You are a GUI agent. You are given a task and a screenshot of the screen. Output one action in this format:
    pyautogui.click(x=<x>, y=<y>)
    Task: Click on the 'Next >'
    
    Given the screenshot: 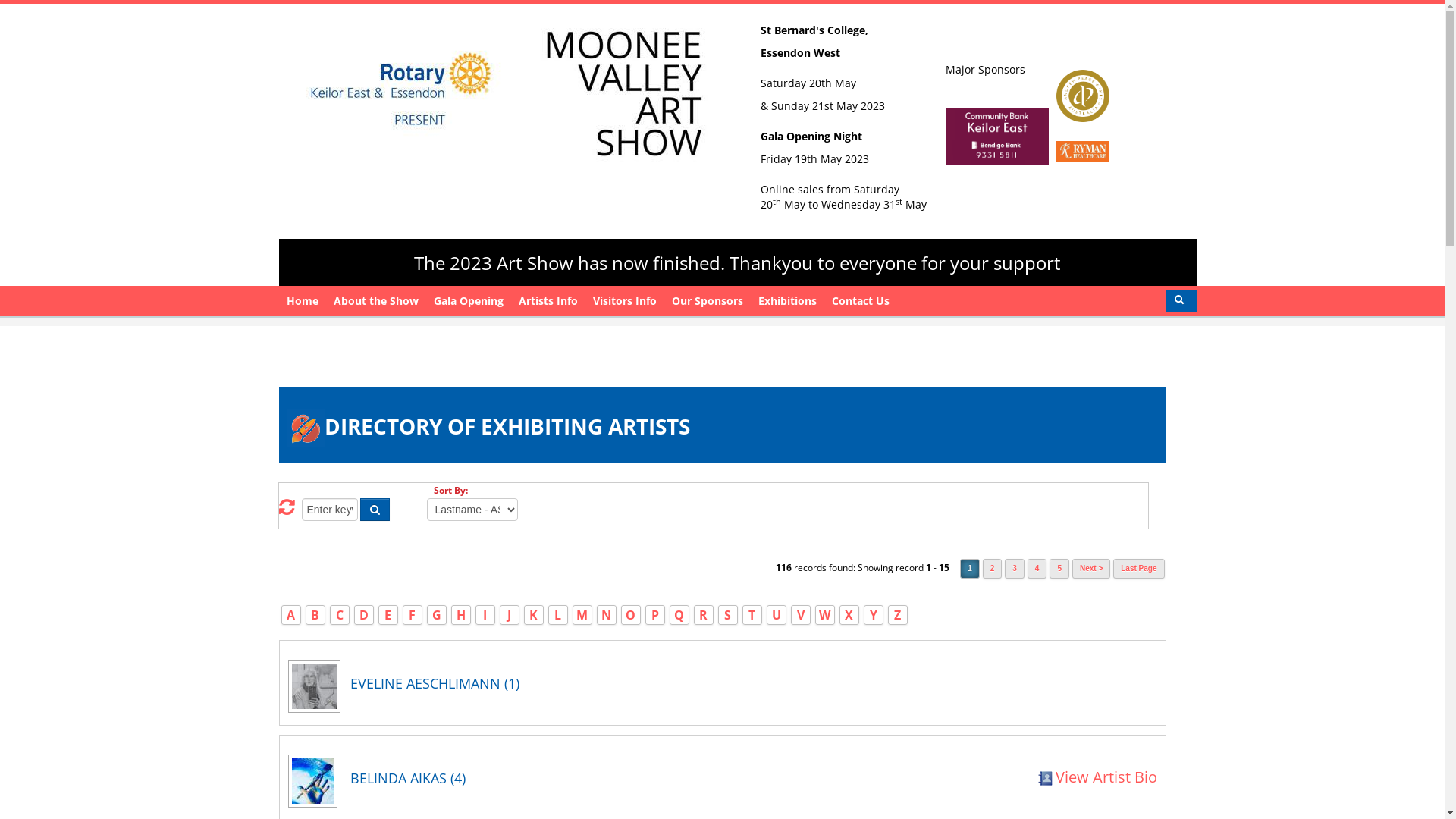 What is the action you would take?
    pyautogui.click(x=1090, y=568)
    